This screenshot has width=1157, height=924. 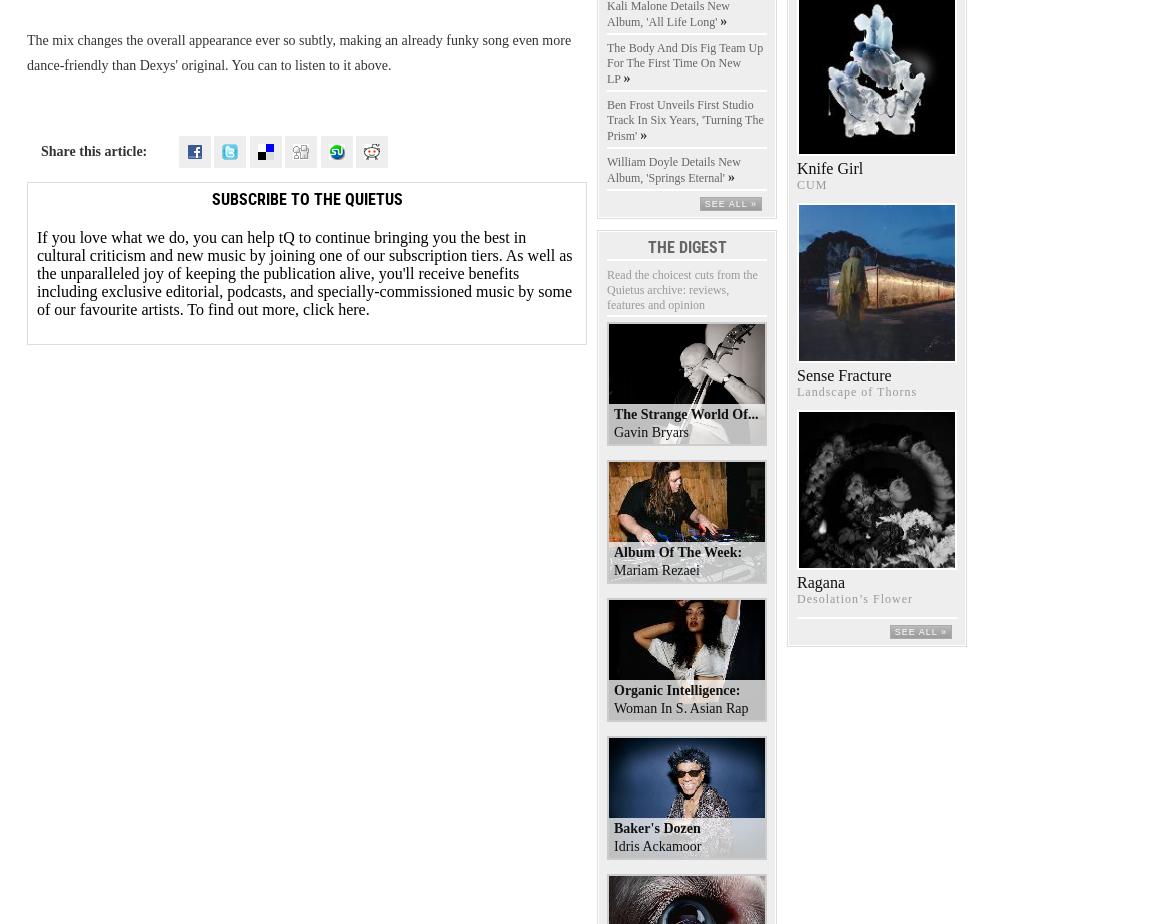 What do you see at coordinates (683, 119) in the screenshot?
I see `'Ben Frost Unveils First Studio Track In Six Years, 'Turning The Prism''` at bounding box center [683, 119].